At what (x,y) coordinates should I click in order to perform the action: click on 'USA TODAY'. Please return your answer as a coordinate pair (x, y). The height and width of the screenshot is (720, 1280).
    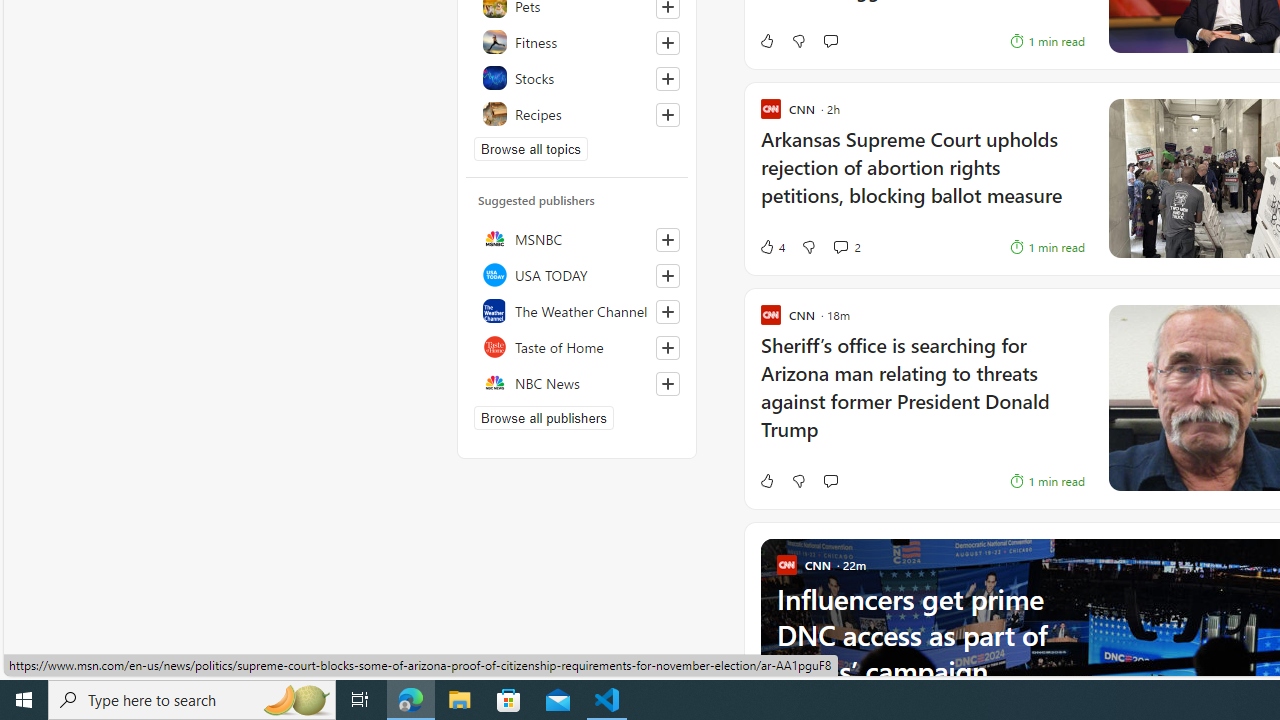
    Looking at the image, I should click on (576, 275).